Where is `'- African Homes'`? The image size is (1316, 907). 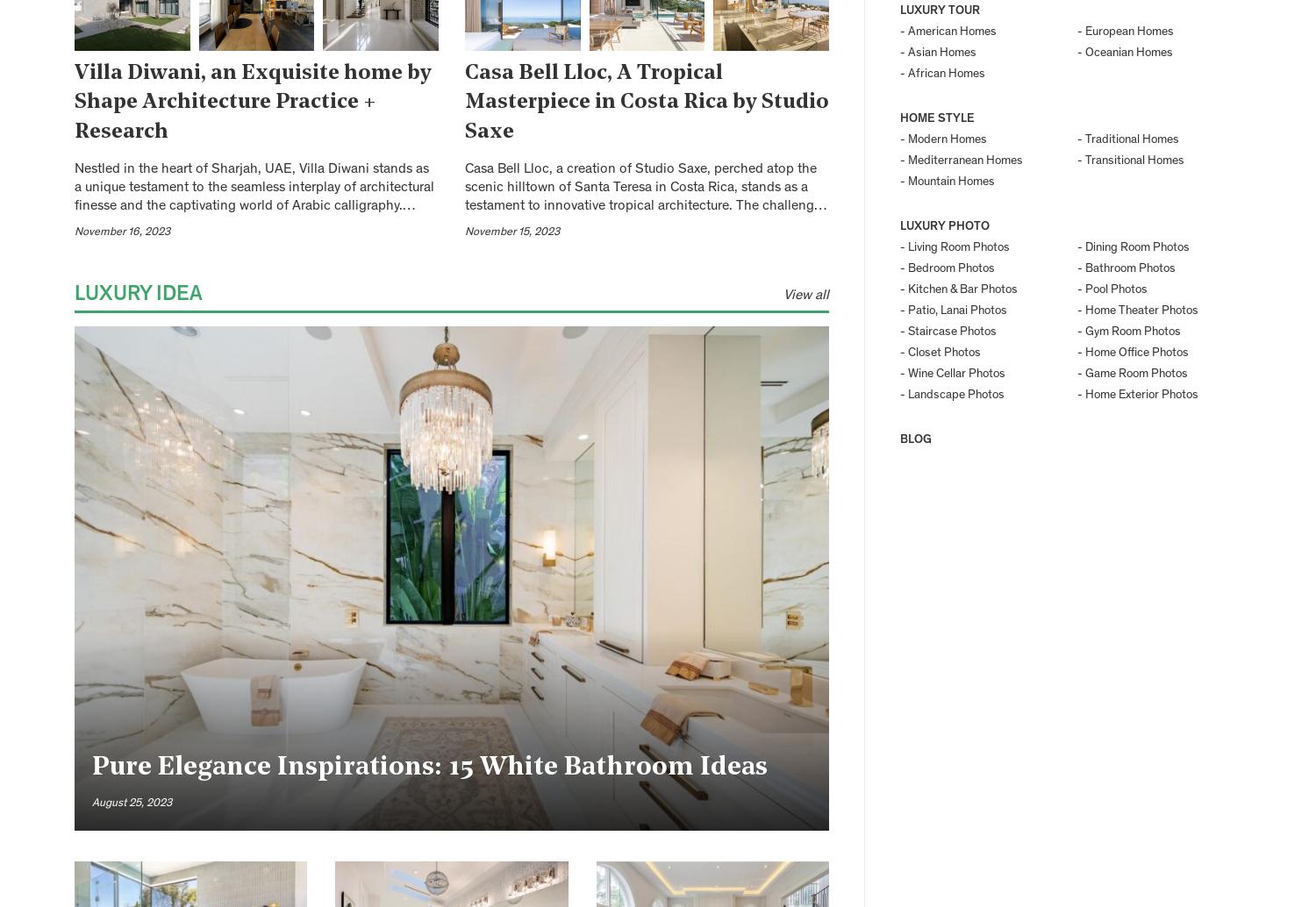 '- African Homes' is located at coordinates (900, 73).